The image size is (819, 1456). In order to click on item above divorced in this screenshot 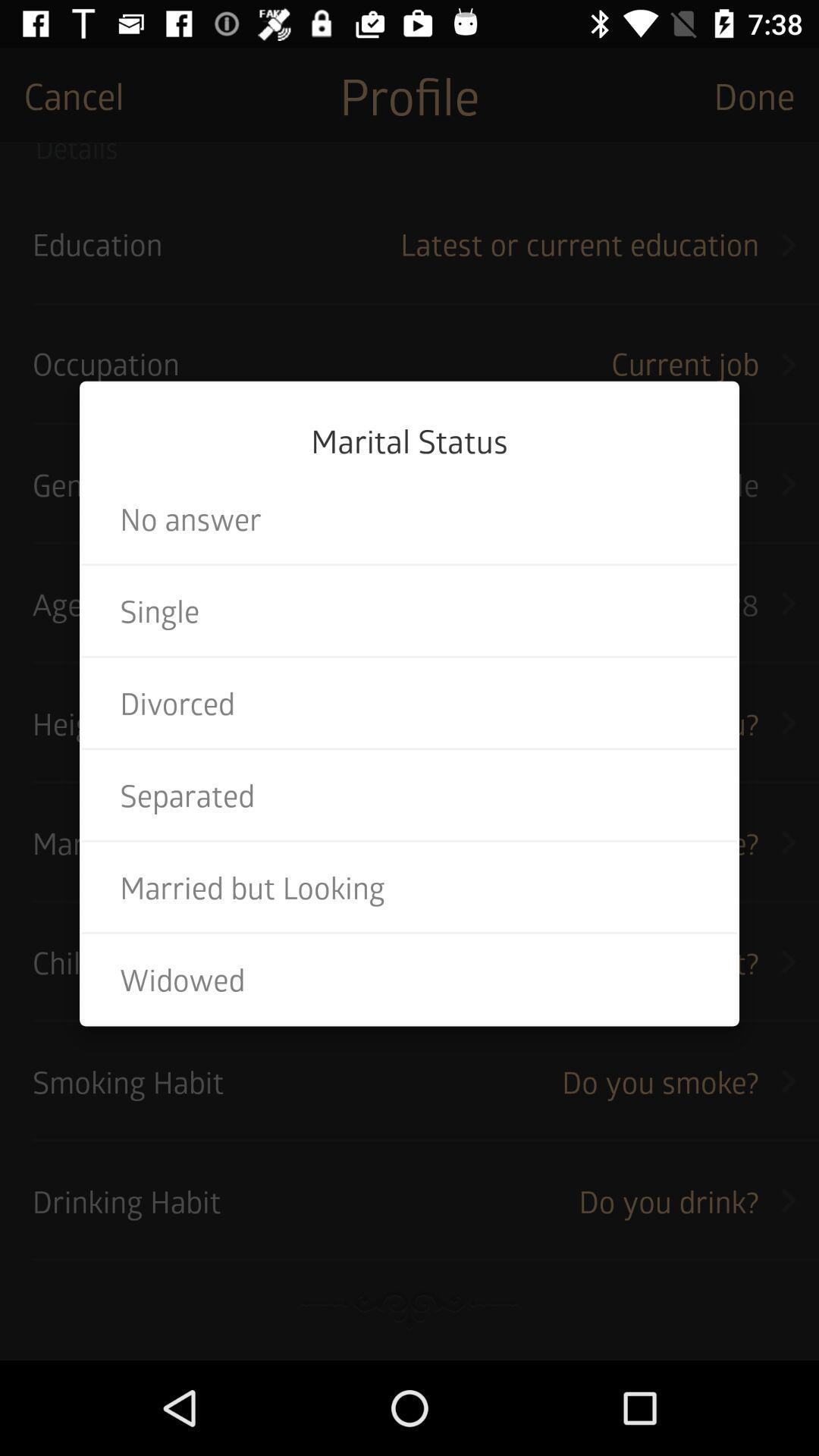, I will do `click(409, 610)`.